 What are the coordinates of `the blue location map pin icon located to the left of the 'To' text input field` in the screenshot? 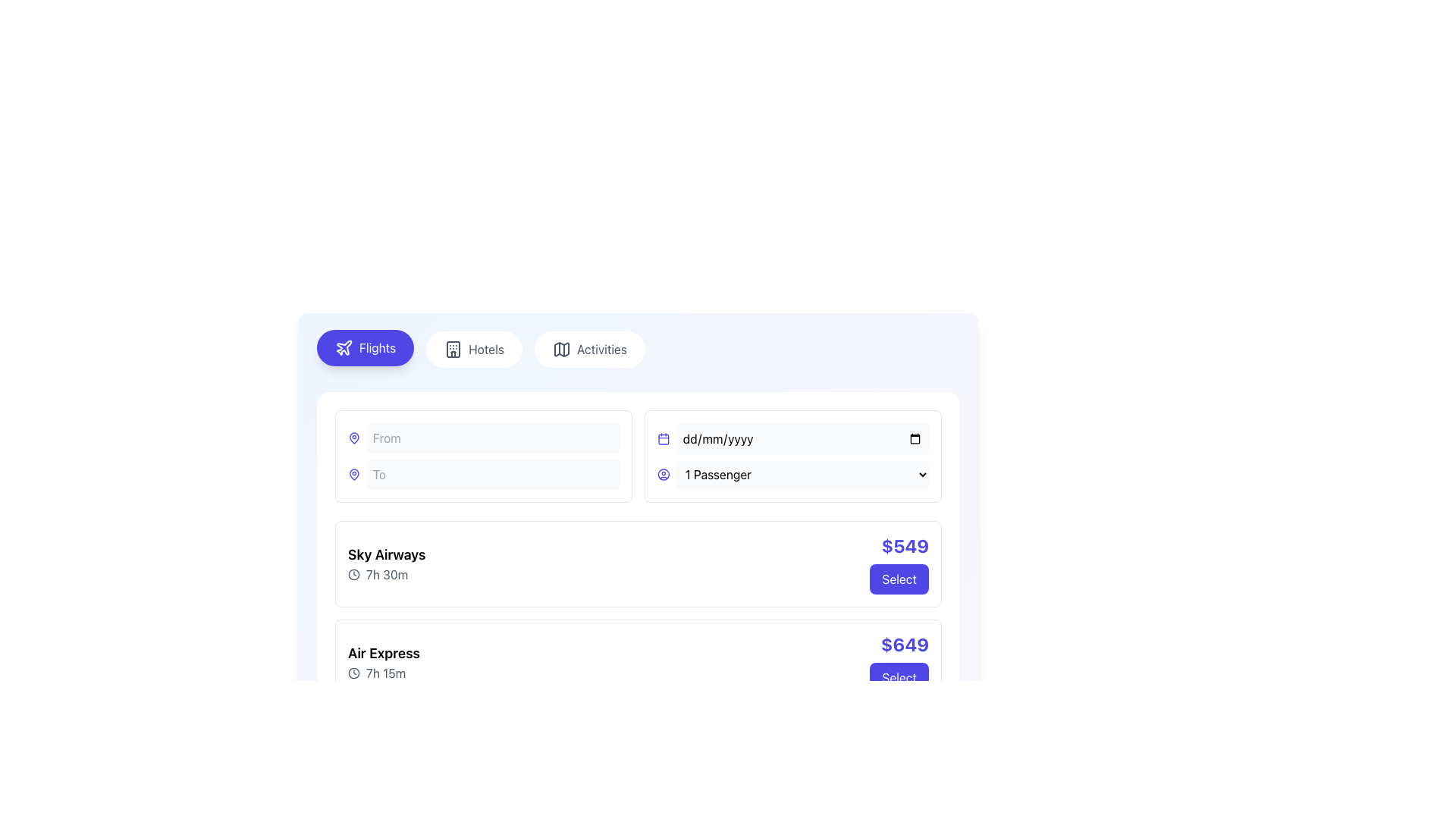 It's located at (353, 438).